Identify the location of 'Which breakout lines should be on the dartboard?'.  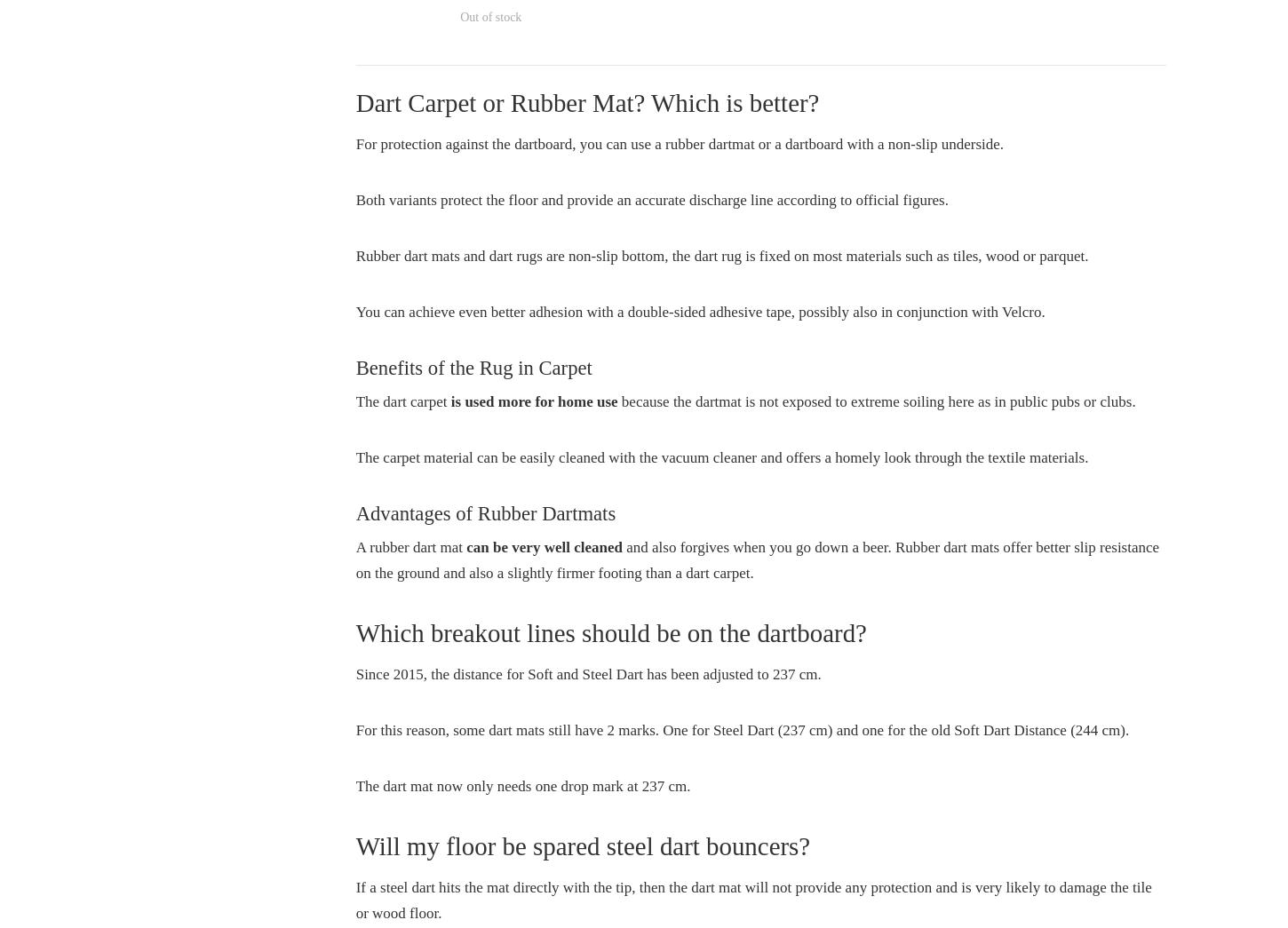
(609, 631).